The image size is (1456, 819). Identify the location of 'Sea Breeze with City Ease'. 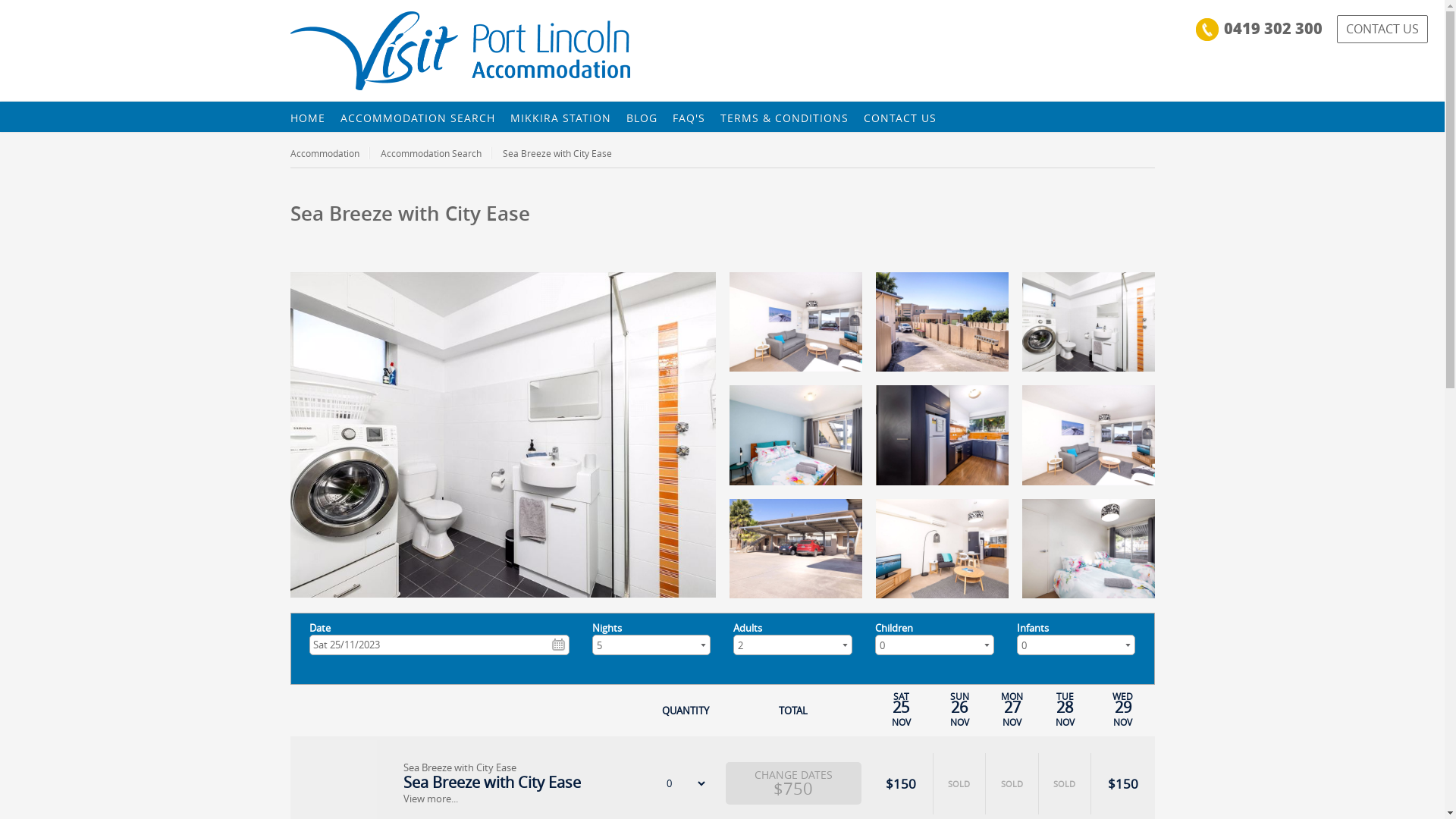
(403, 783).